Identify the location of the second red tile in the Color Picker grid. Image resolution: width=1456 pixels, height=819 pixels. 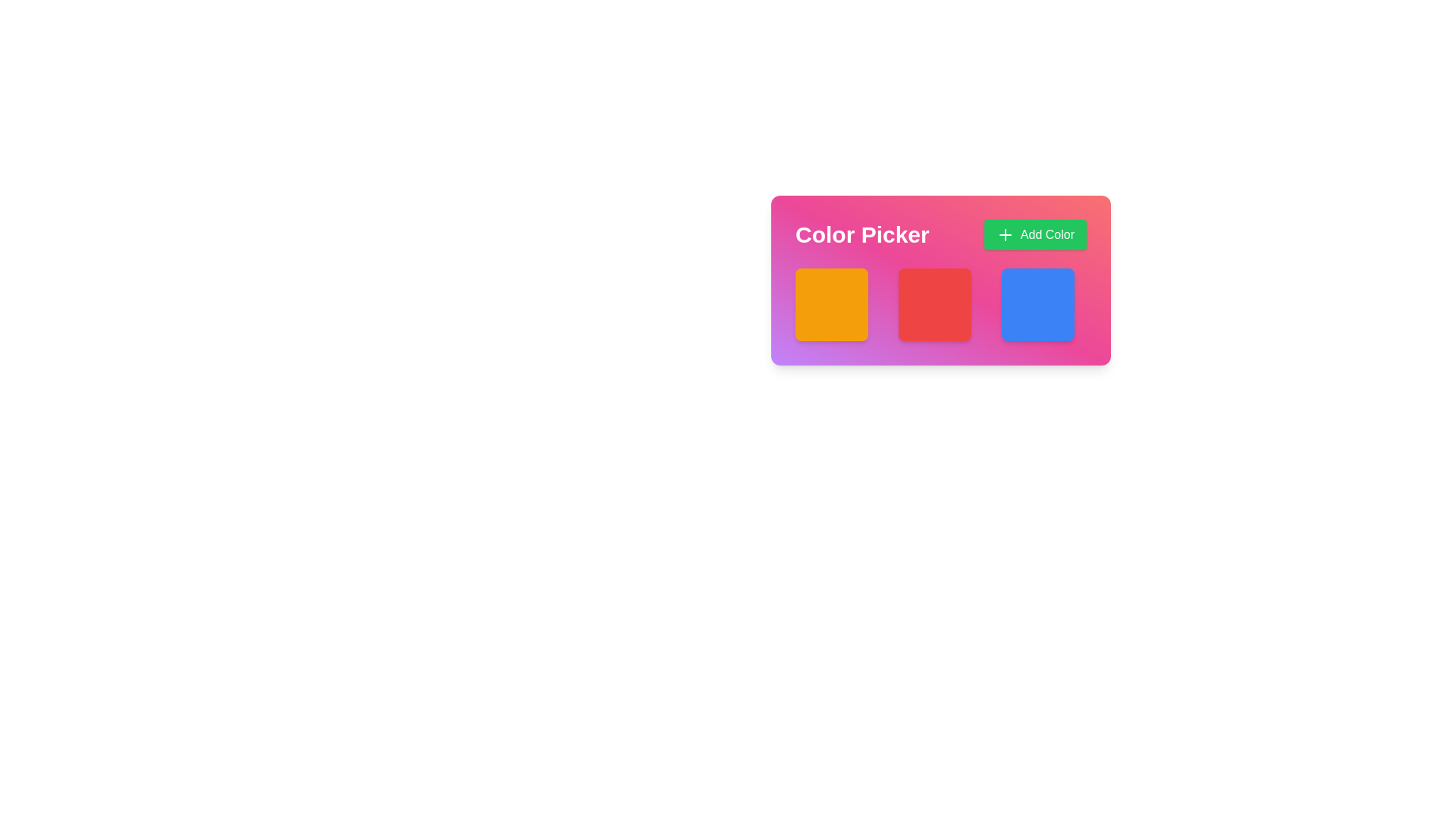
(940, 304).